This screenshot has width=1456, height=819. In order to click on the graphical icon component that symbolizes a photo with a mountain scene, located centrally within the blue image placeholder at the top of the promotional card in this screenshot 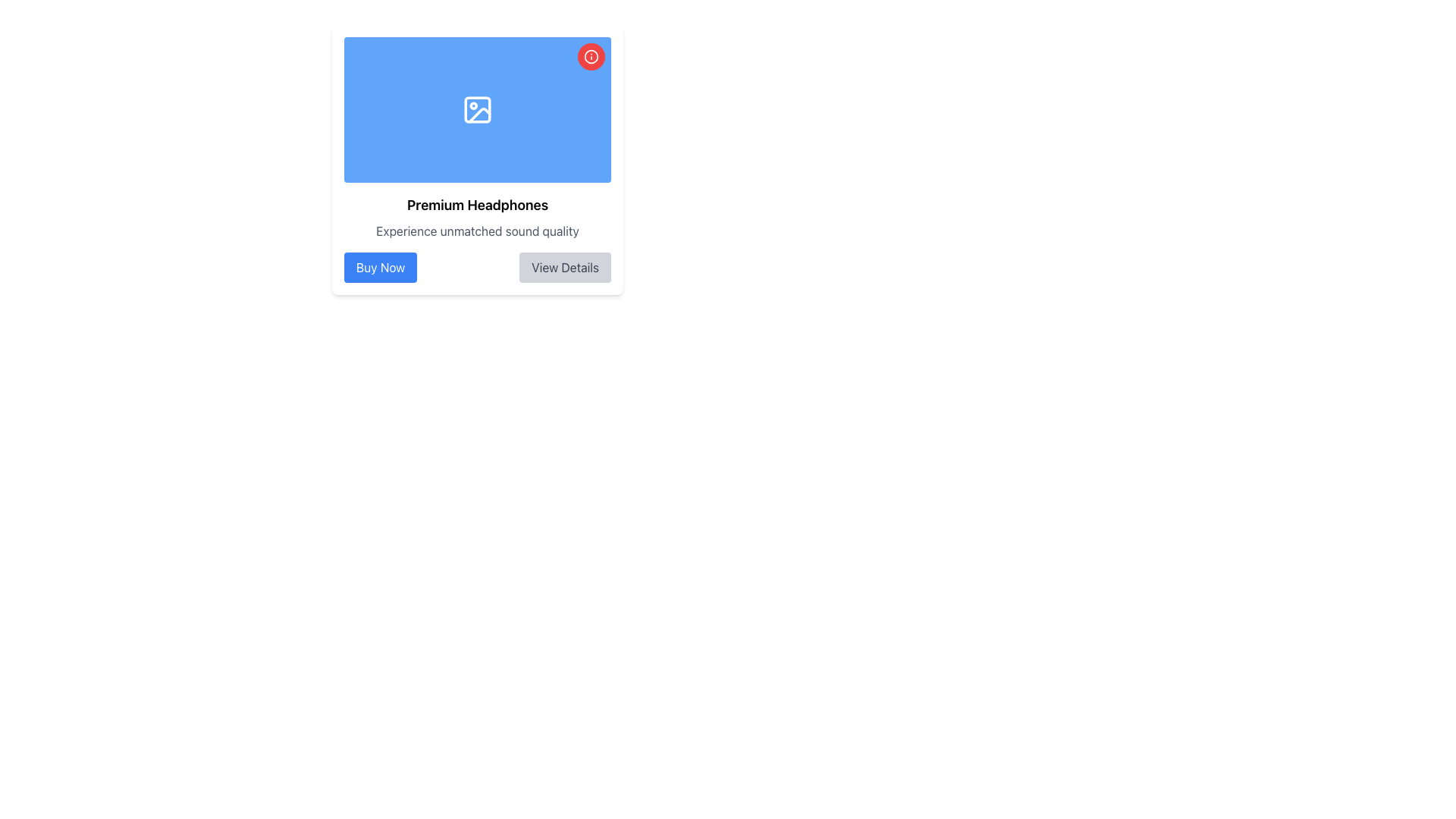, I will do `click(479, 115)`.